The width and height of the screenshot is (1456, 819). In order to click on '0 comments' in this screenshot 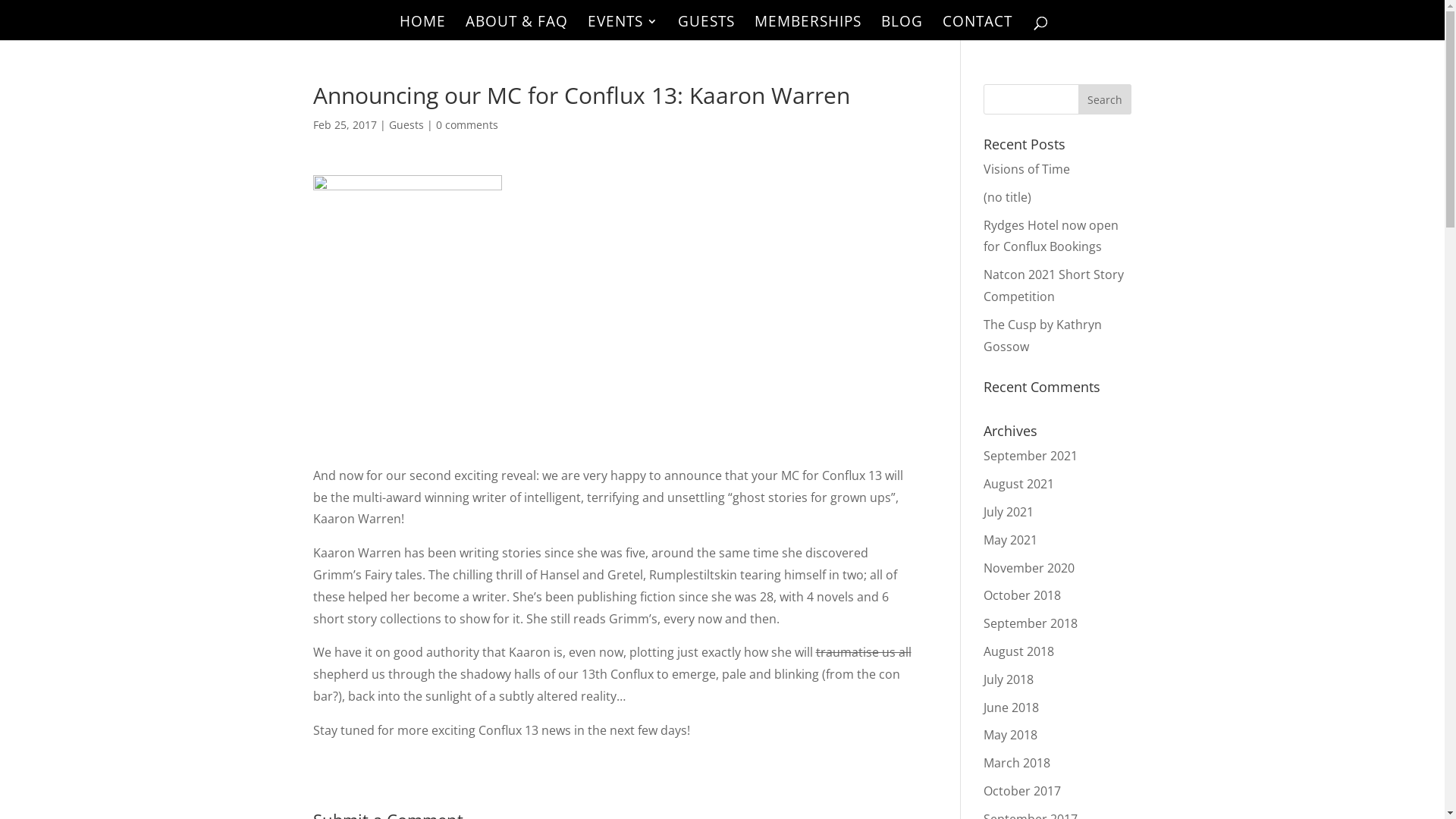, I will do `click(435, 124)`.